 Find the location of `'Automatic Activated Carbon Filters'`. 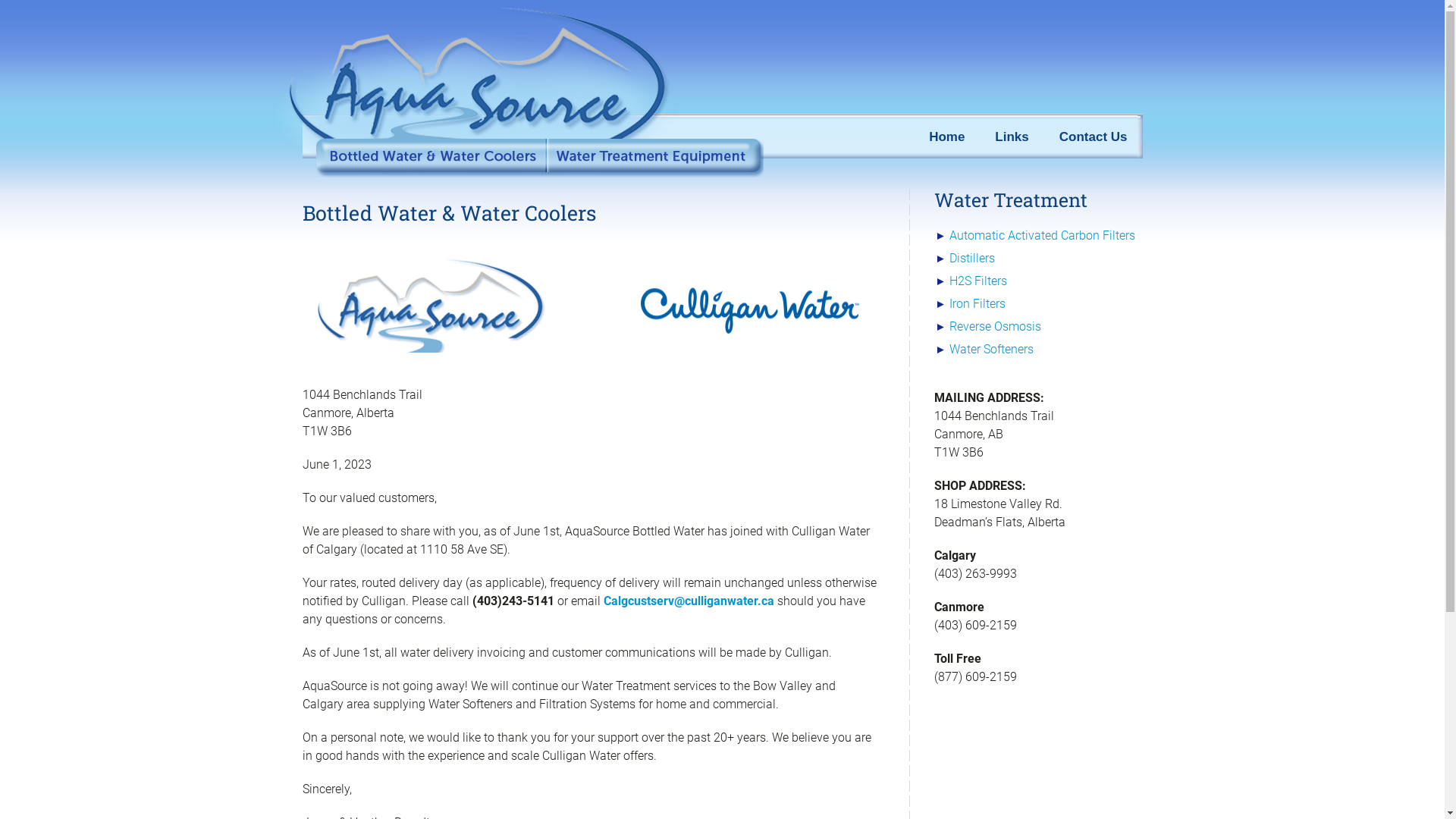

'Automatic Activated Carbon Filters' is located at coordinates (1041, 235).